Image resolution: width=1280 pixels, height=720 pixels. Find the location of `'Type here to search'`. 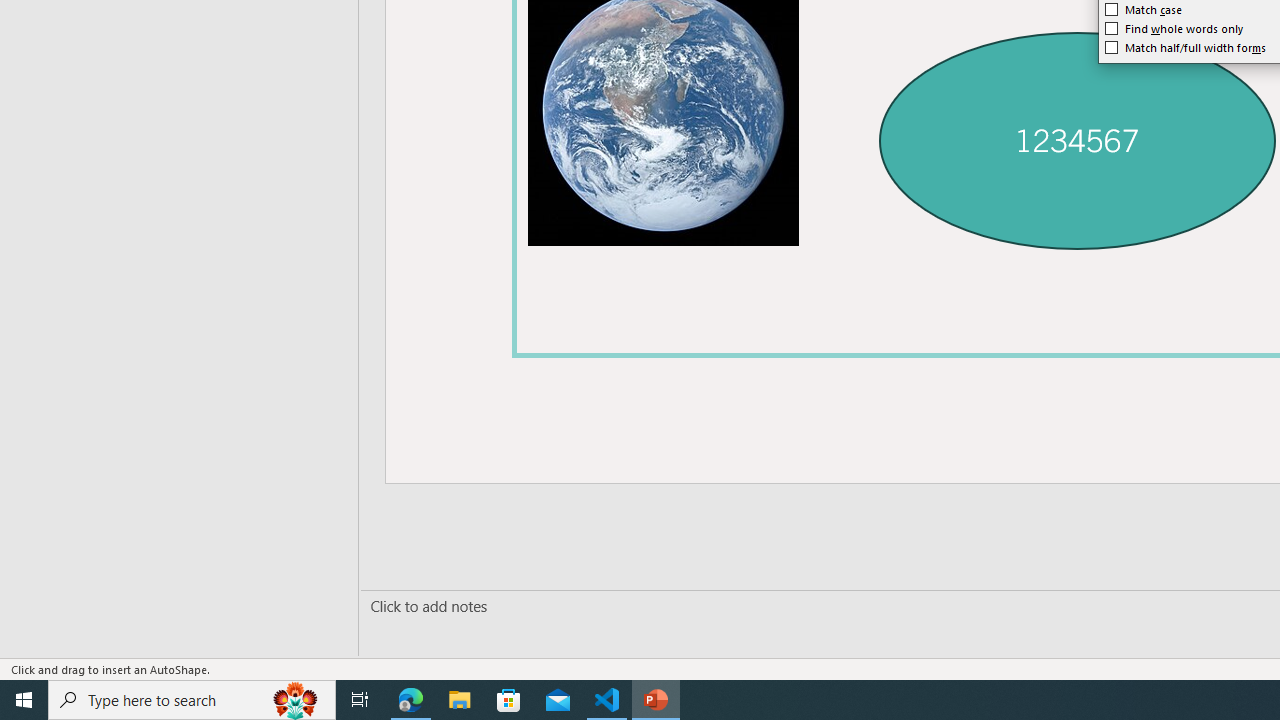

'Type here to search' is located at coordinates (192, 698).